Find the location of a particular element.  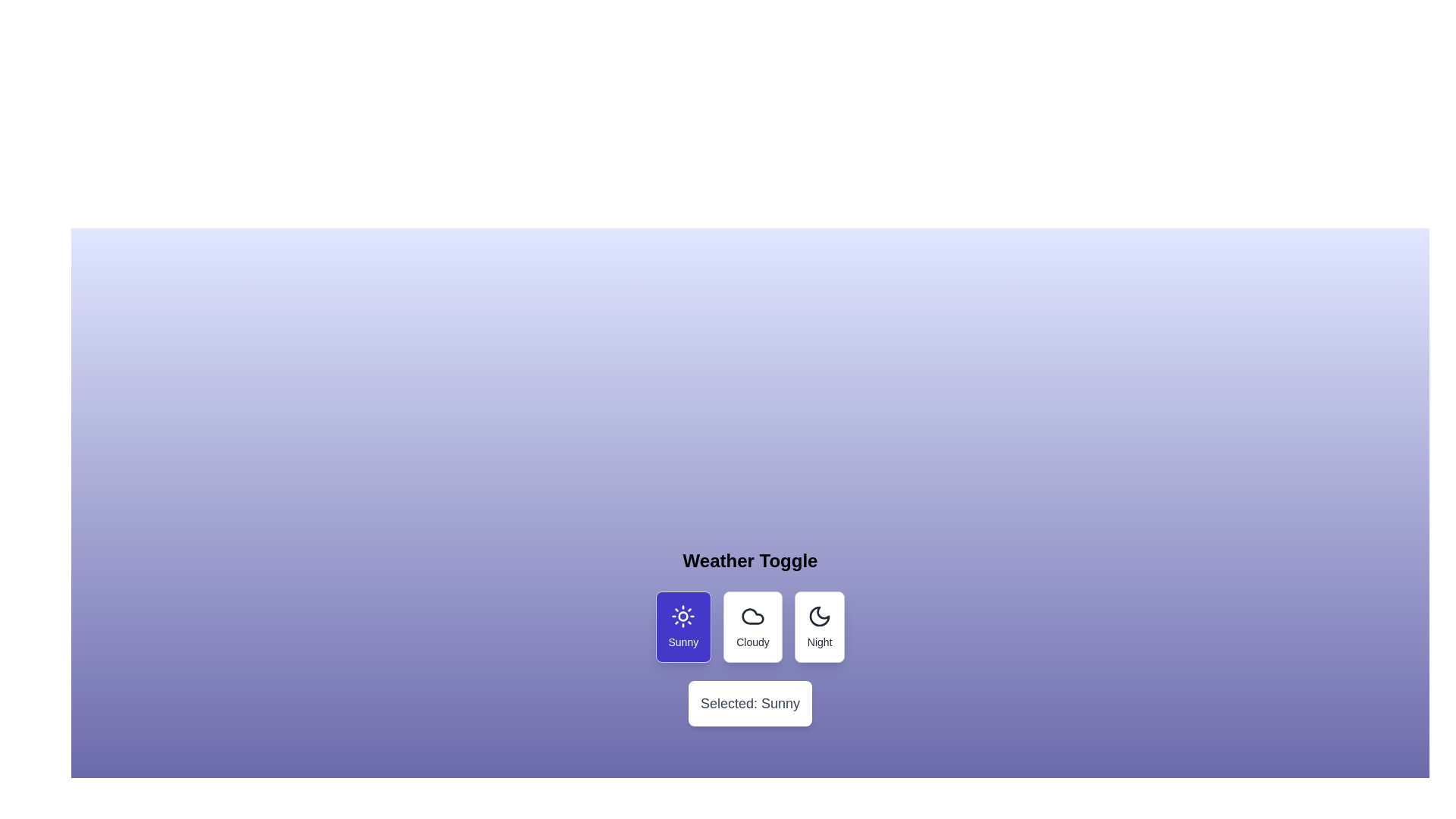

the Cloudy button to observe the visual scaling effect is located at coordinates (753, 626).